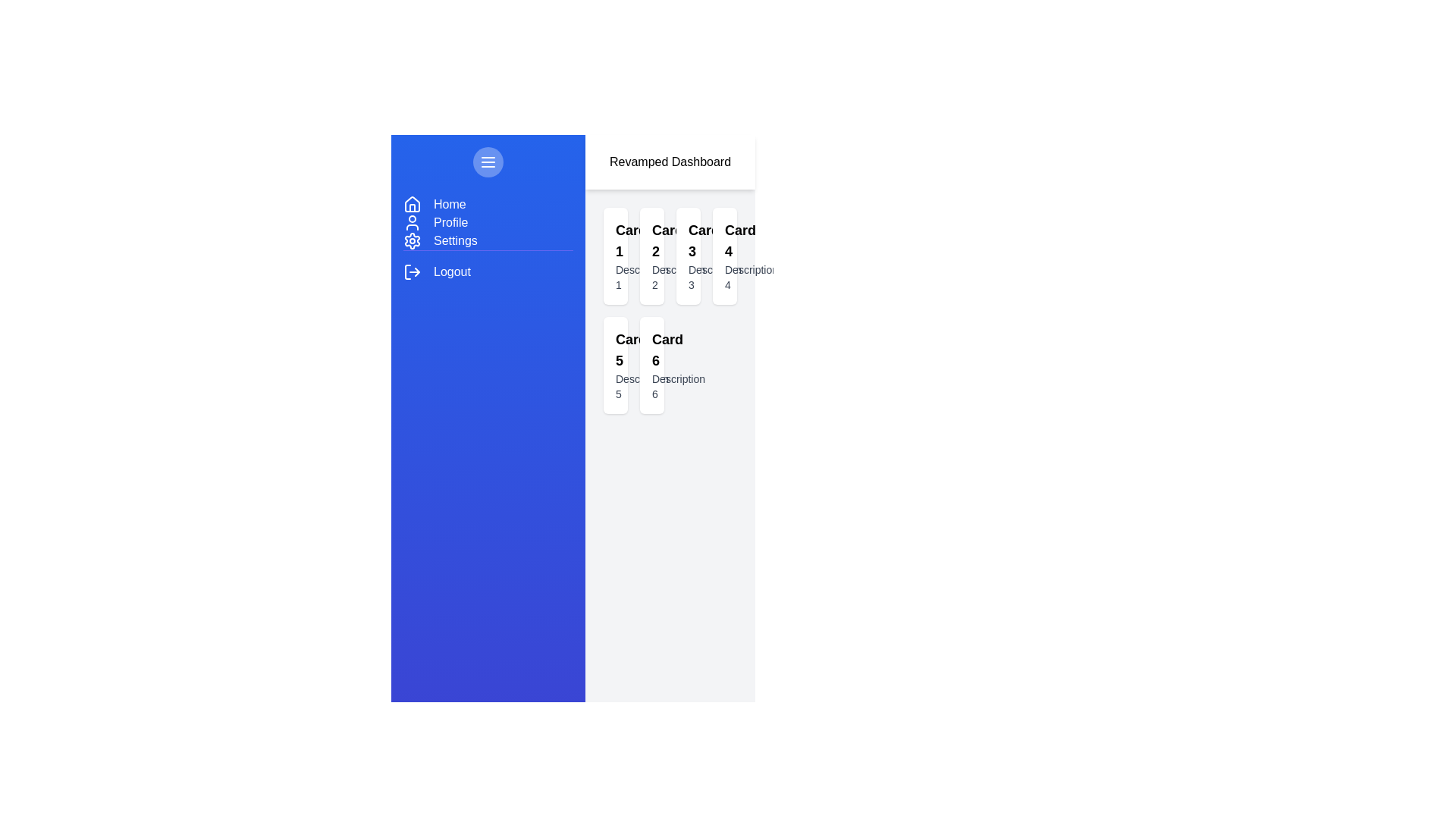  What do you see at coordinates (412, 205) in the screenshot?
I see `the house icon, which is a line-drawing styled icon with a triangular roof and rectangular base, located to the left of the 'Home' text in the vertical menu` at bounding box center [412, 205].